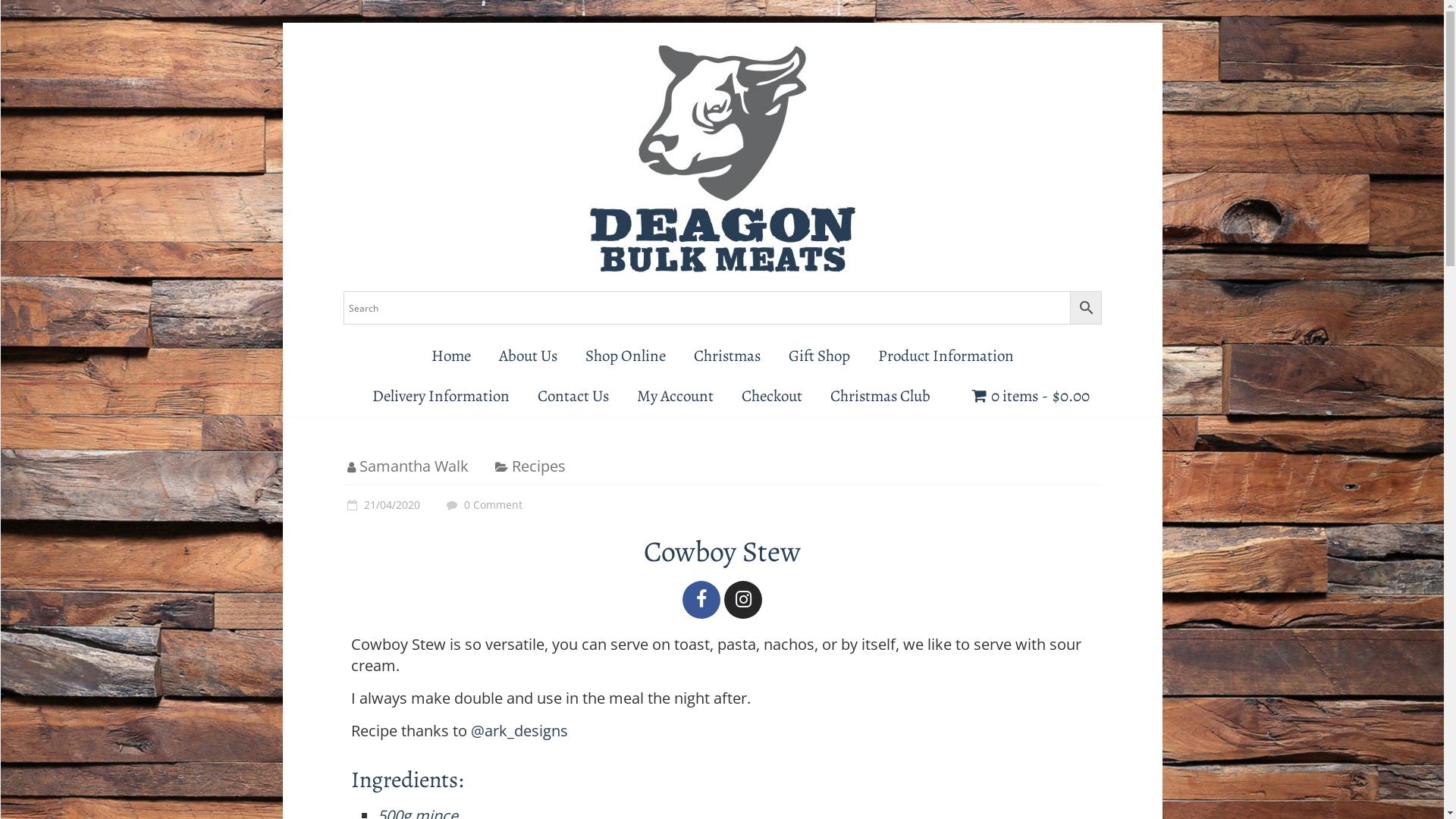 The image size is (1456, 819). I want to click on 'Samantha Walk', so click(359, 465).